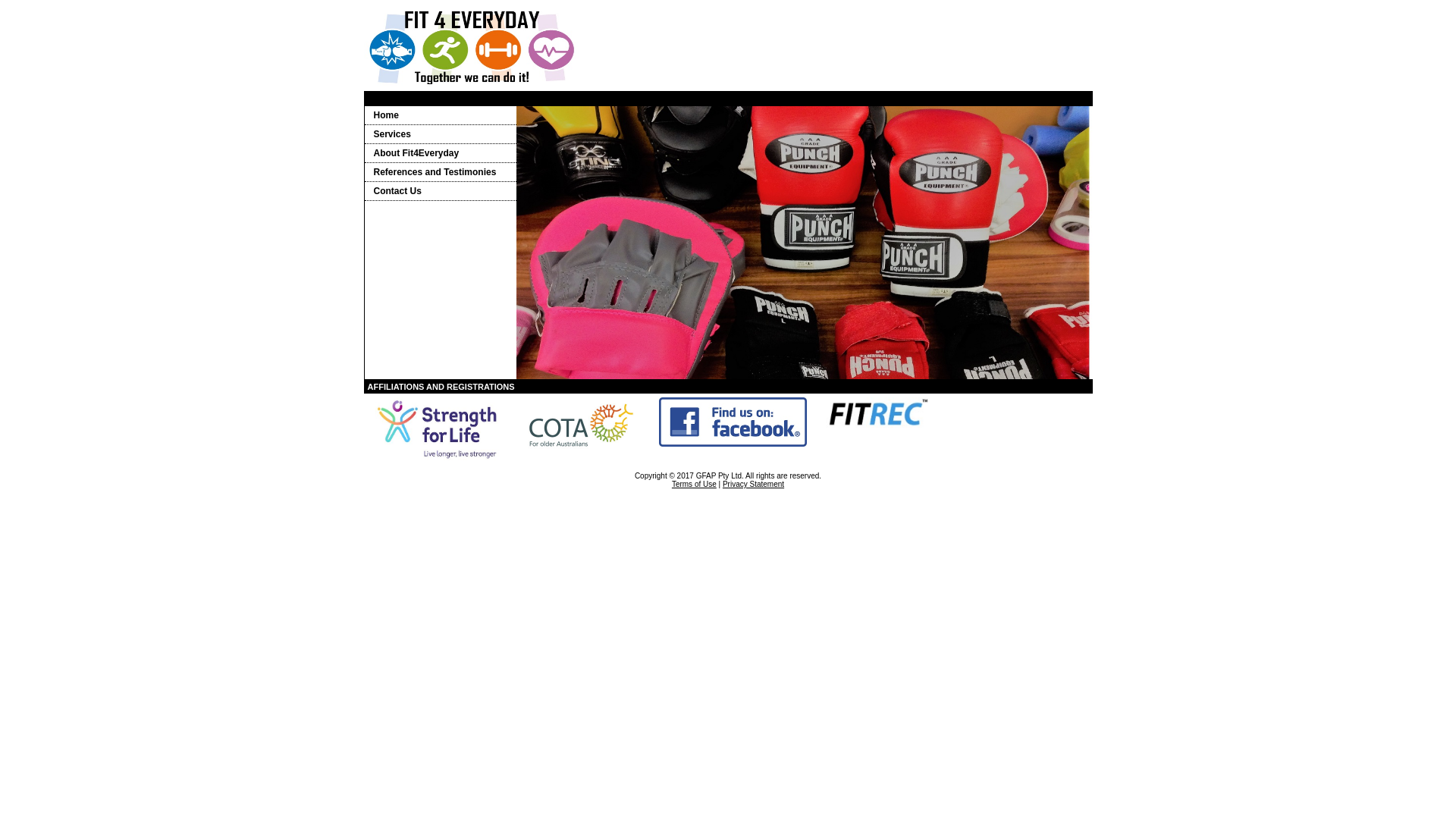 This screenshot has height=819, width=1456. Describe the element at coordinates (722, 484) in the screenshot. I see `'Privacy Statement'` at that location.